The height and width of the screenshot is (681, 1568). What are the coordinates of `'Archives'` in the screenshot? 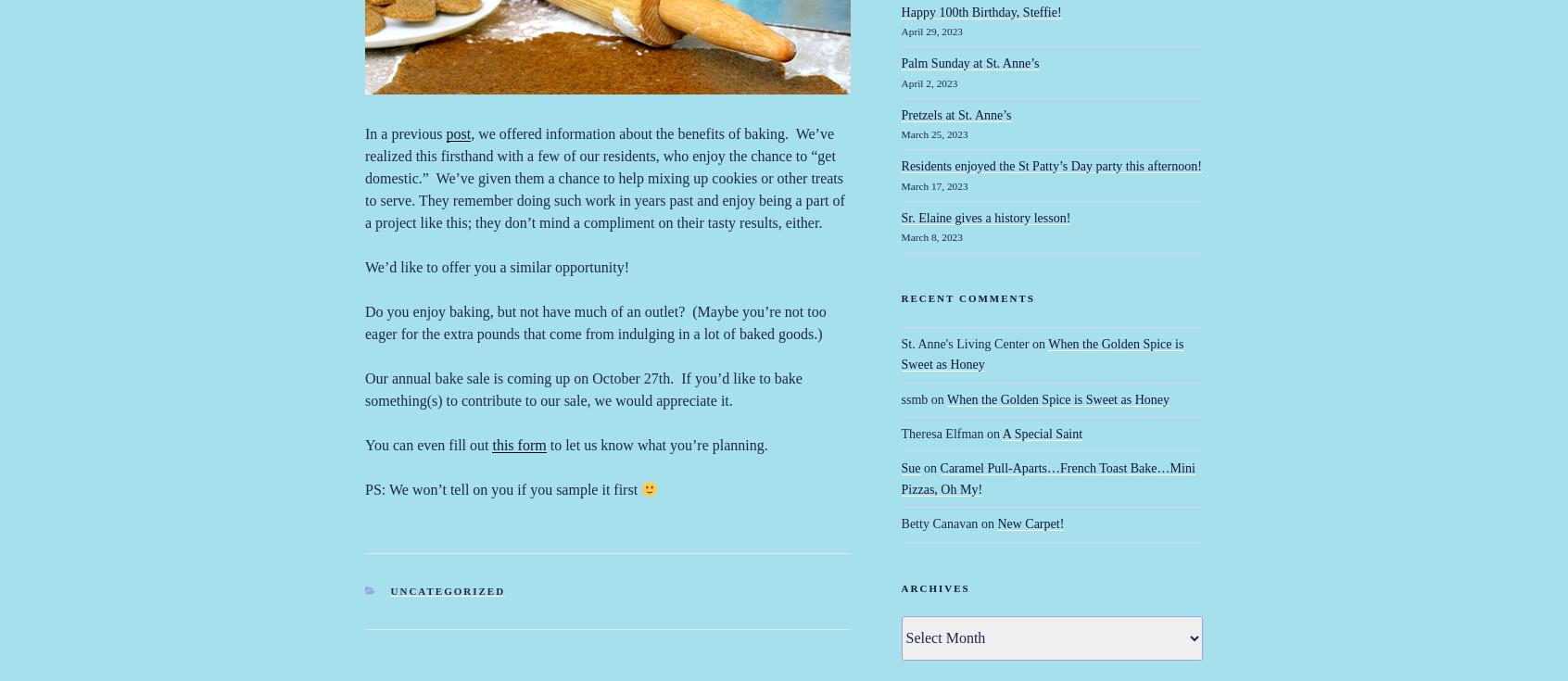 It's located at (933, 586).